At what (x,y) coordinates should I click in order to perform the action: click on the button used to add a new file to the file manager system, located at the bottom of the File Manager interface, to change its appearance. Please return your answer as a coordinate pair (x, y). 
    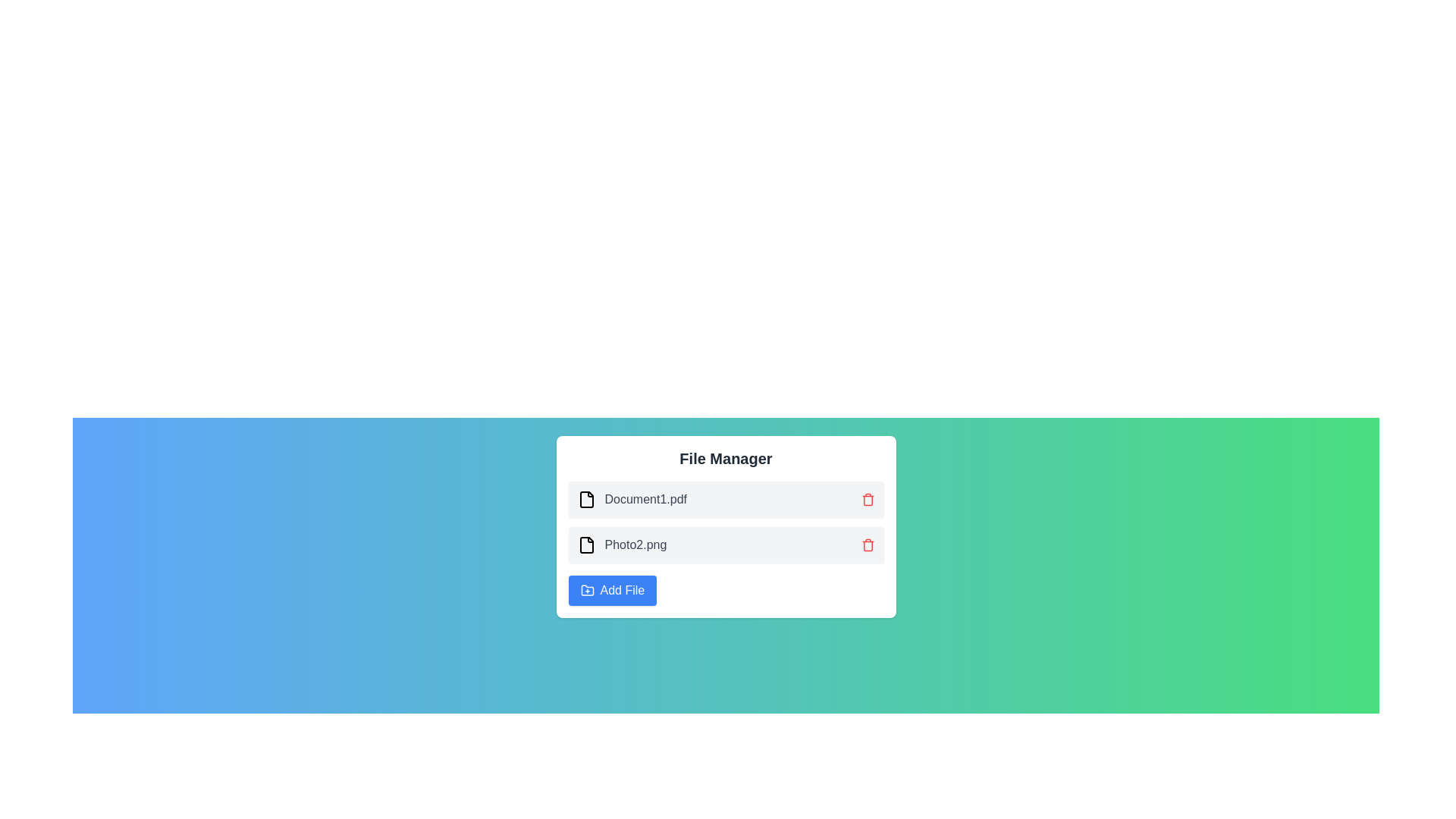
    Looking at the image, I should click on (612, 590).